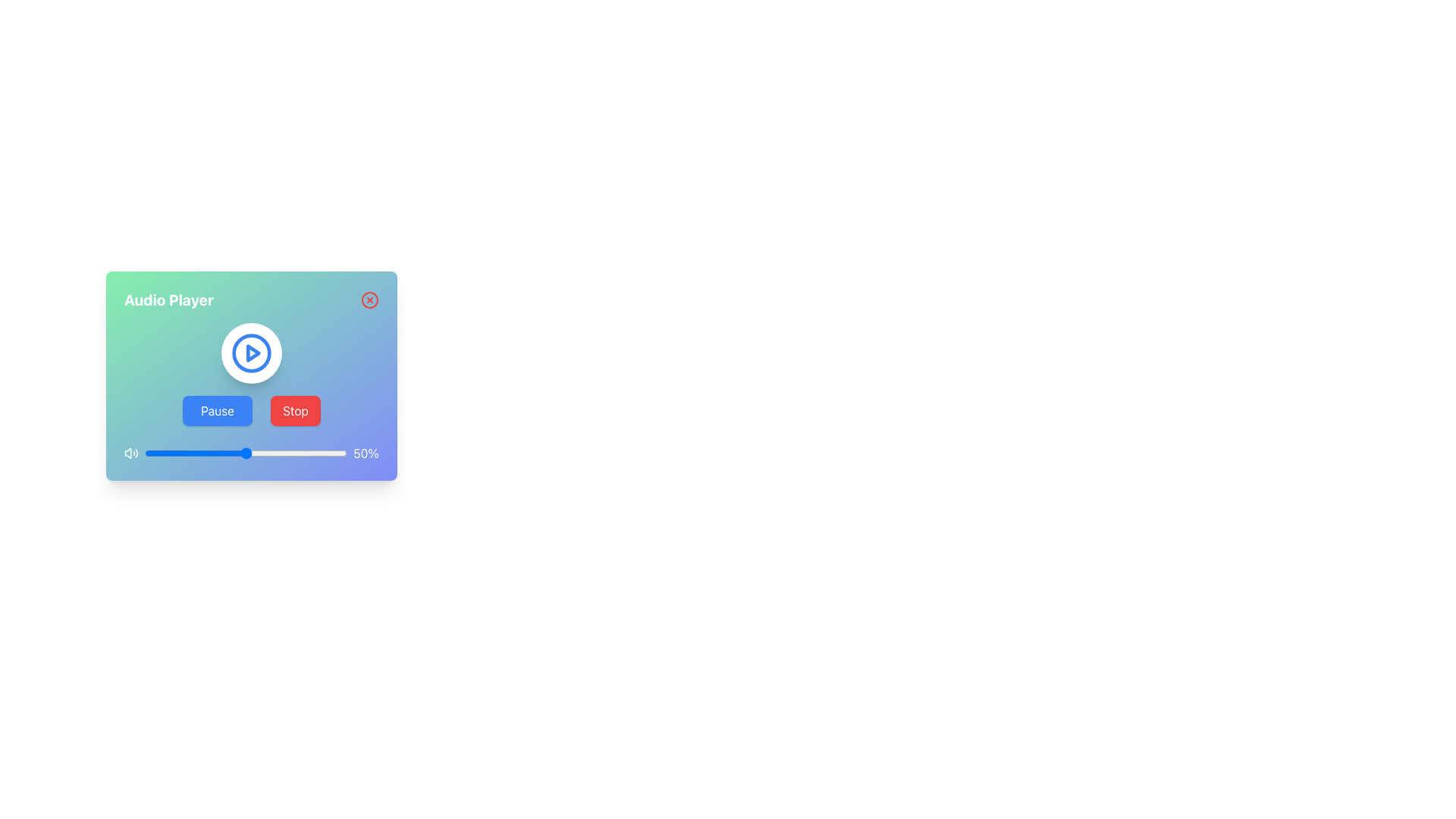 The image size is (1456, 819). Describe the element at coordinates (253, 353) in the screenshot. I see `the play indicator icon located in the central region of the audio player interface` at that location.